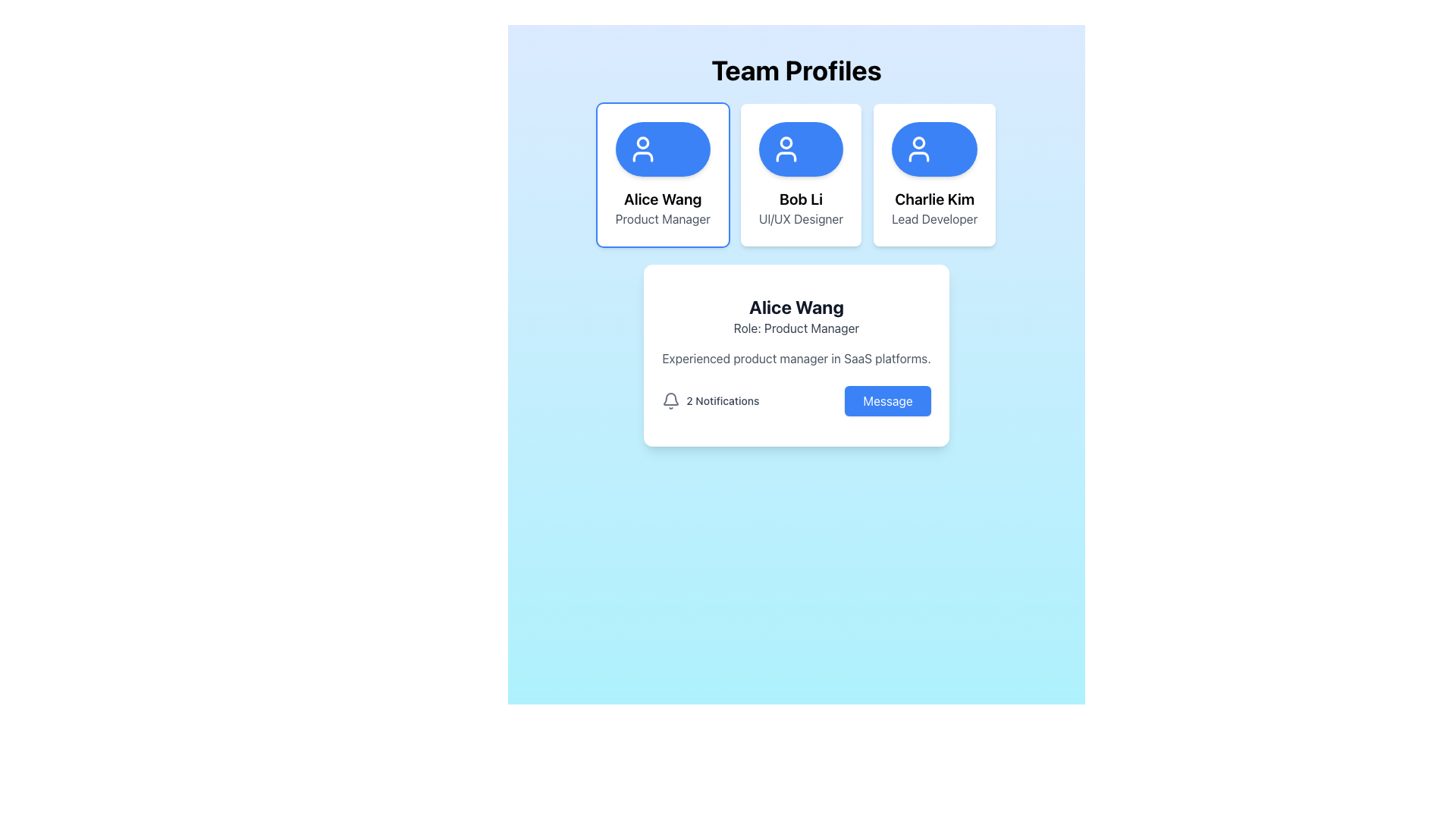 Image resolution: width=1456 pixels, height=819 pixels. I want to click on the Profile Card for 'Charlie Kim', which is the third card in a horizontal series of three cards located below the header 'Team Profiles', so click(934, 174).